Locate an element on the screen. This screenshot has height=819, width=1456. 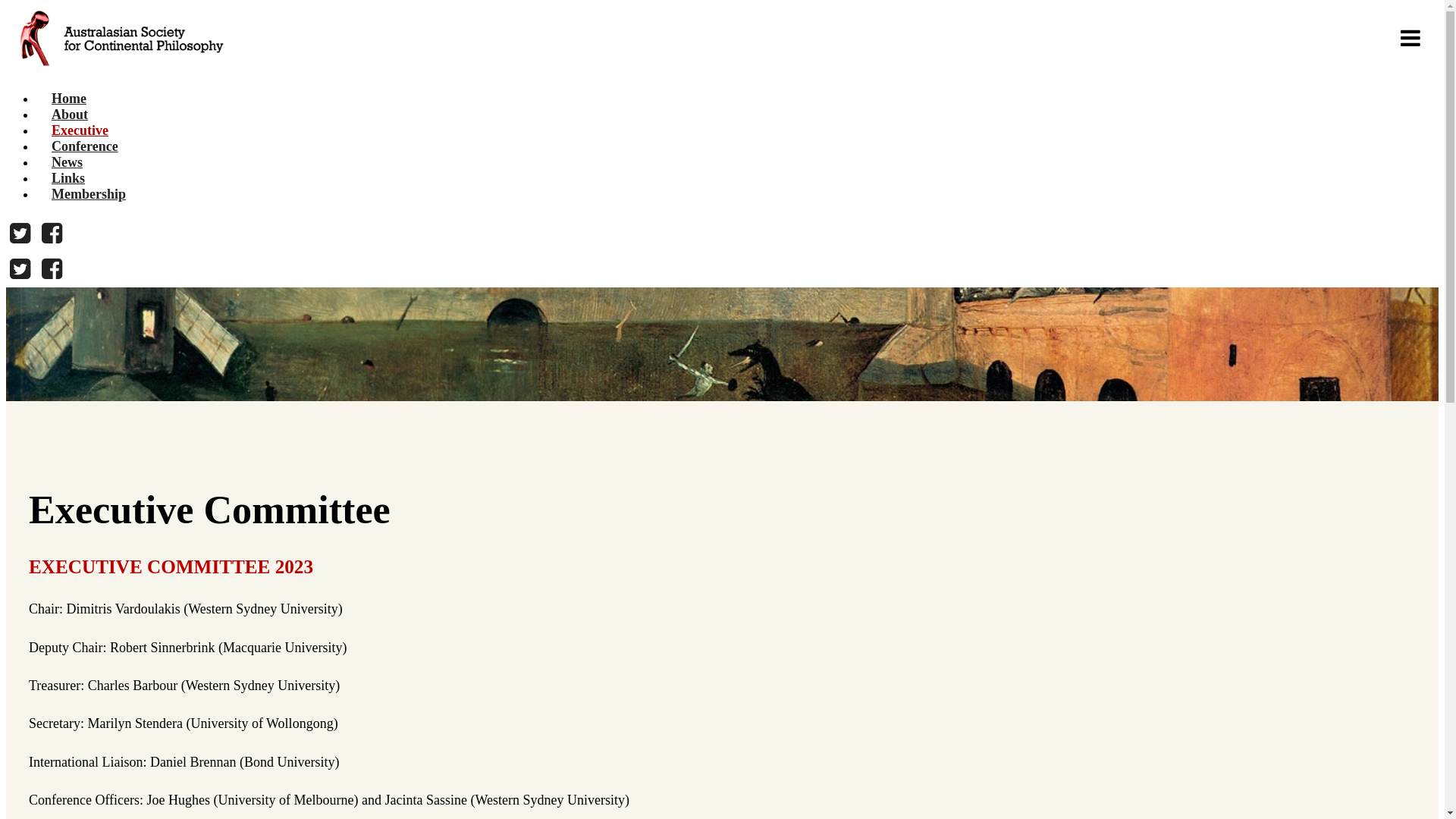
'ASCP Facebook Group' is located at coordinates (52, 234).